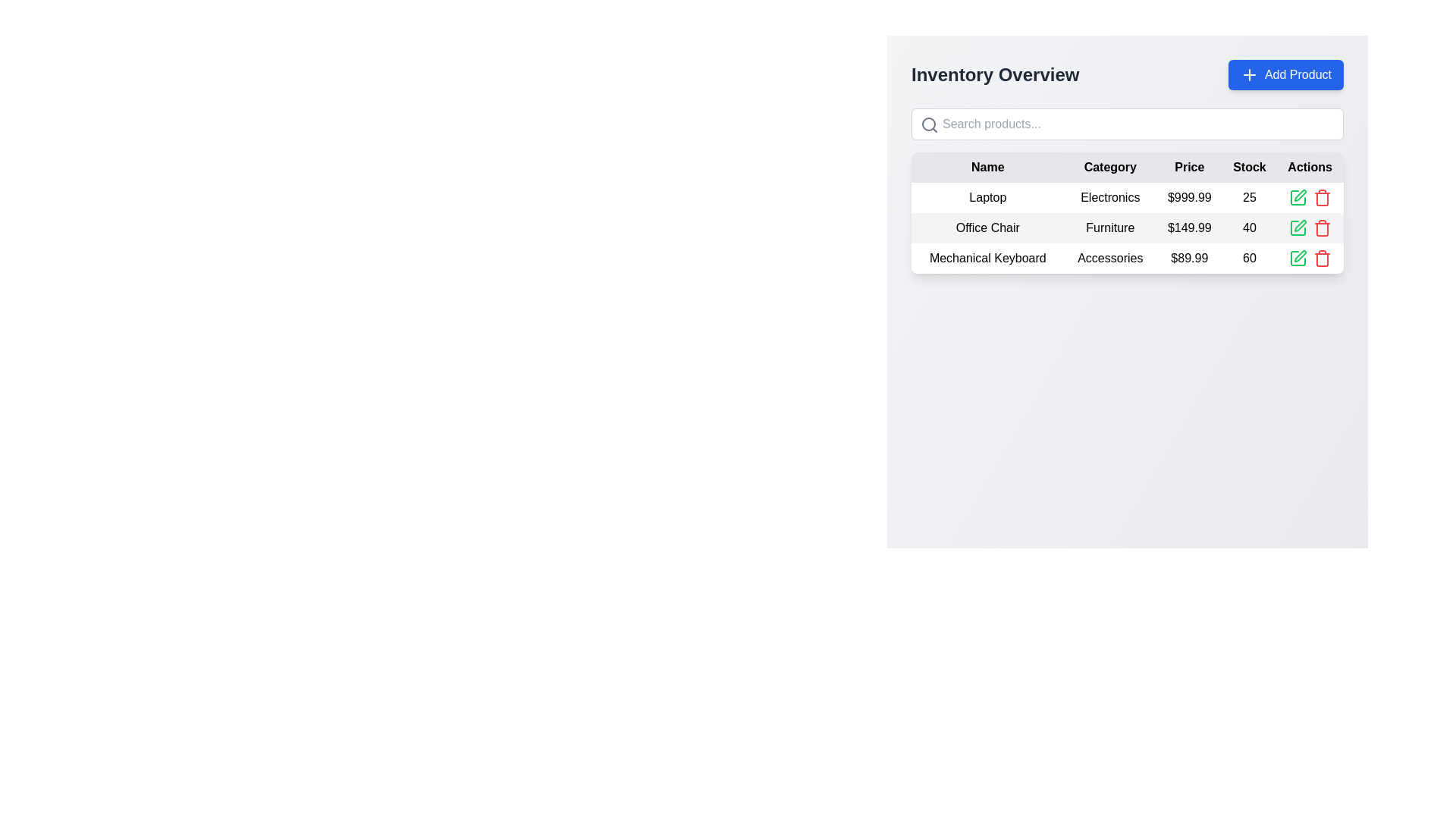  Describe the element at coordinates (1249, 167) in the screenshot. I see `the 'Stock' text label, which is a bold, black font element against a light gray background, positioned fourth among similar text labels in the tabular header area` at that location.